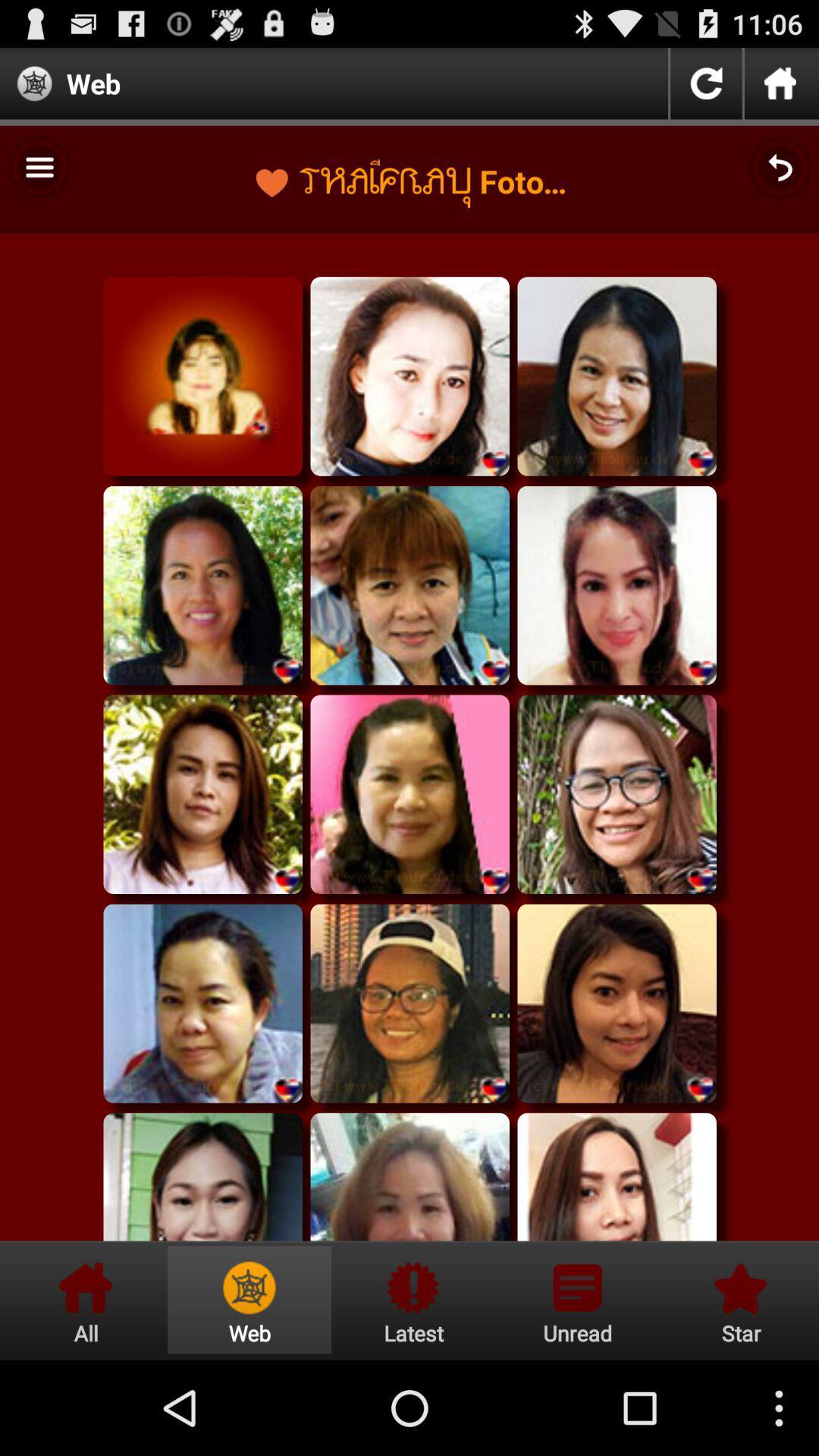  I want to click on refresh icon, so click(706, 83).